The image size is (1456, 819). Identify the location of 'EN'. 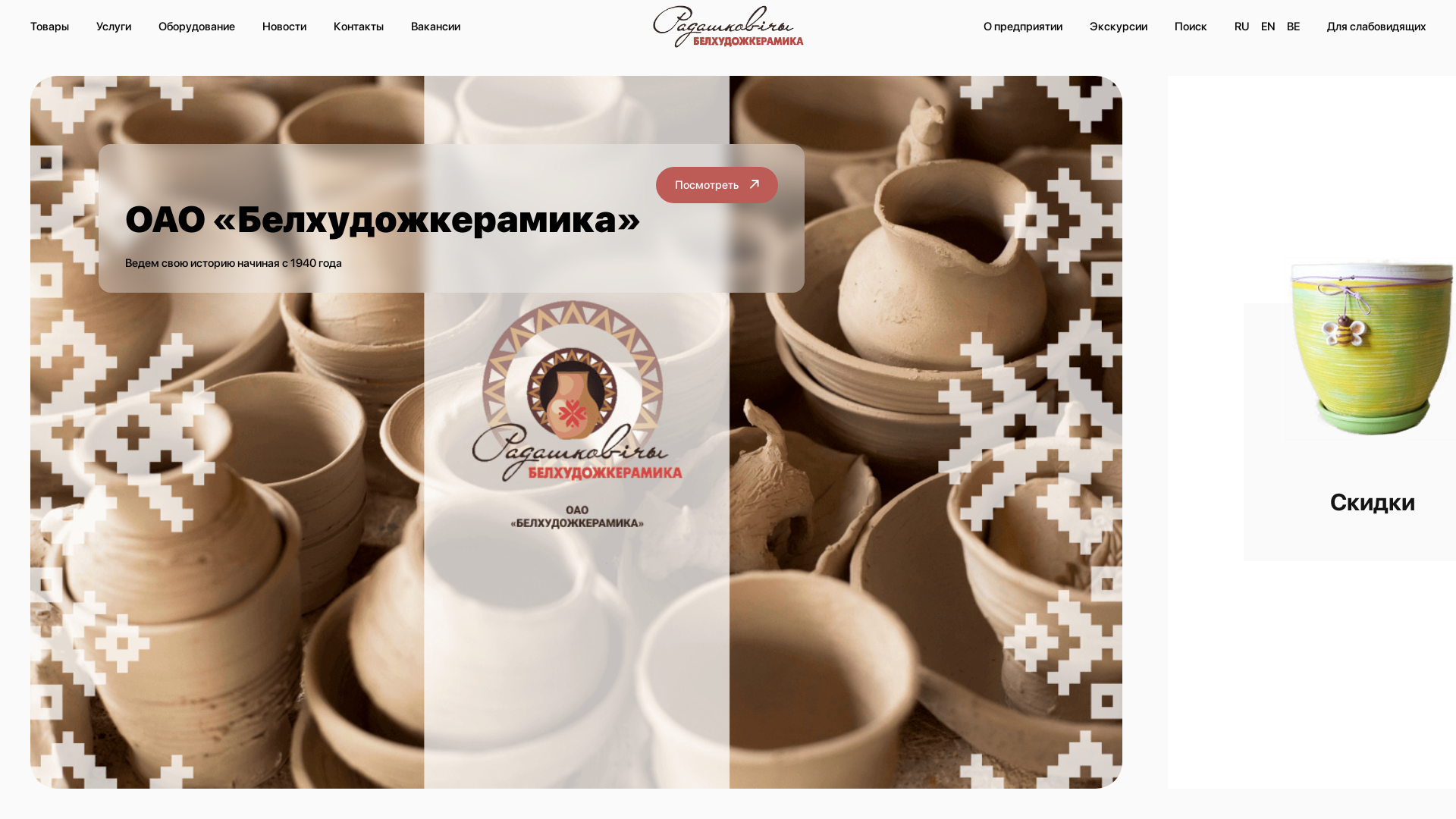
(1268, 26).